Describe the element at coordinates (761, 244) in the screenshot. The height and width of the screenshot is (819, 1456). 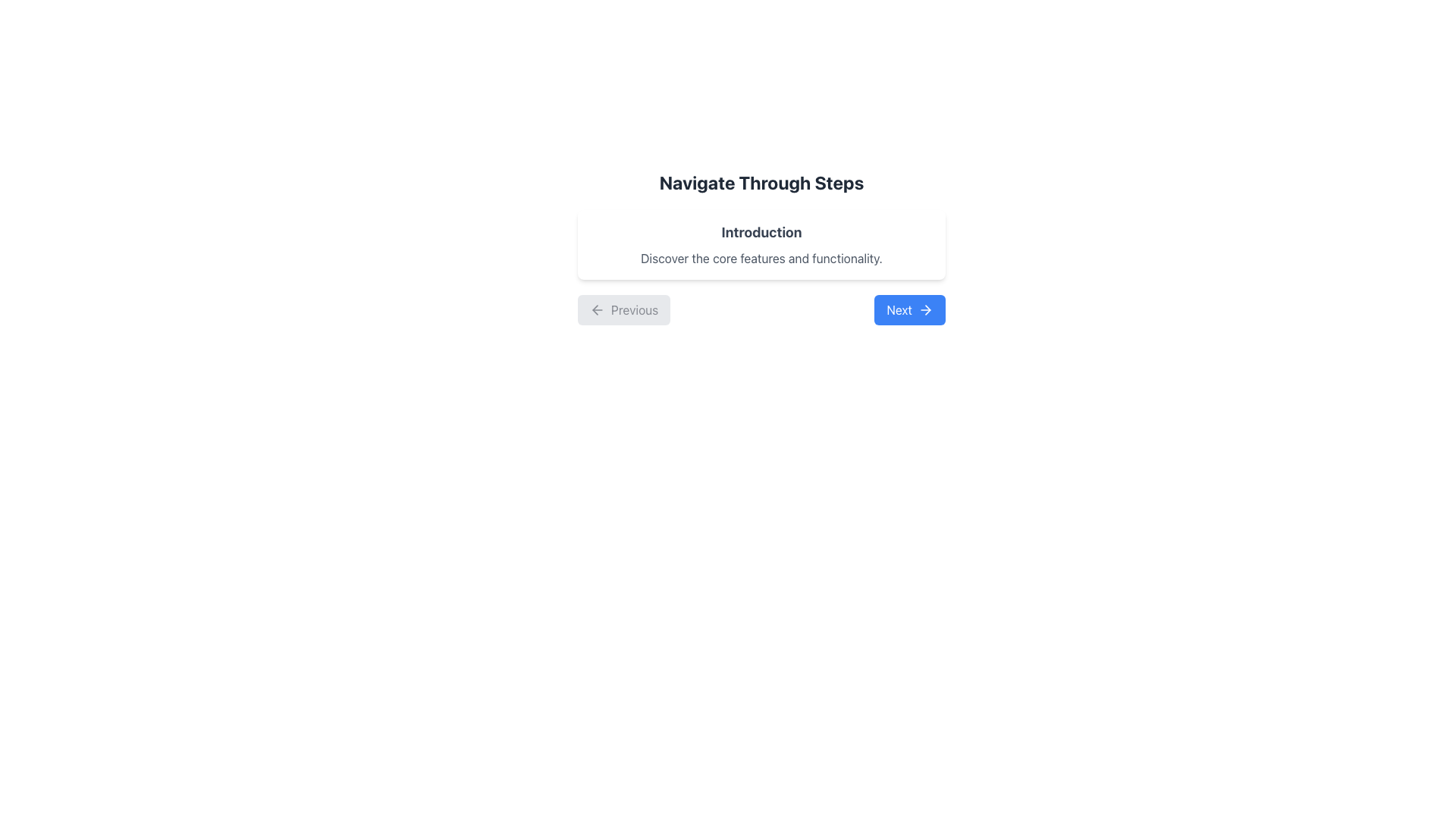
I see `text content of the Section Header titled 'Introduction' which includes the subtitle 'Discover the core features and functionality.'` at that location.